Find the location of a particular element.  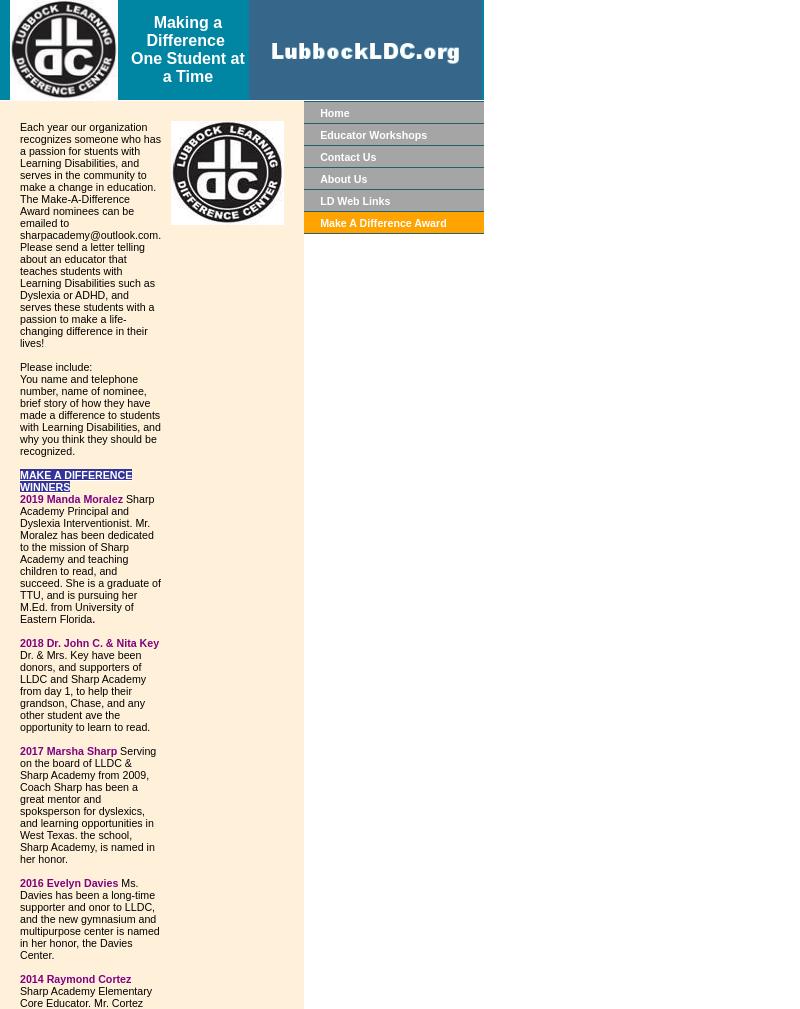

'Home' is located at coordinates (334, 110).